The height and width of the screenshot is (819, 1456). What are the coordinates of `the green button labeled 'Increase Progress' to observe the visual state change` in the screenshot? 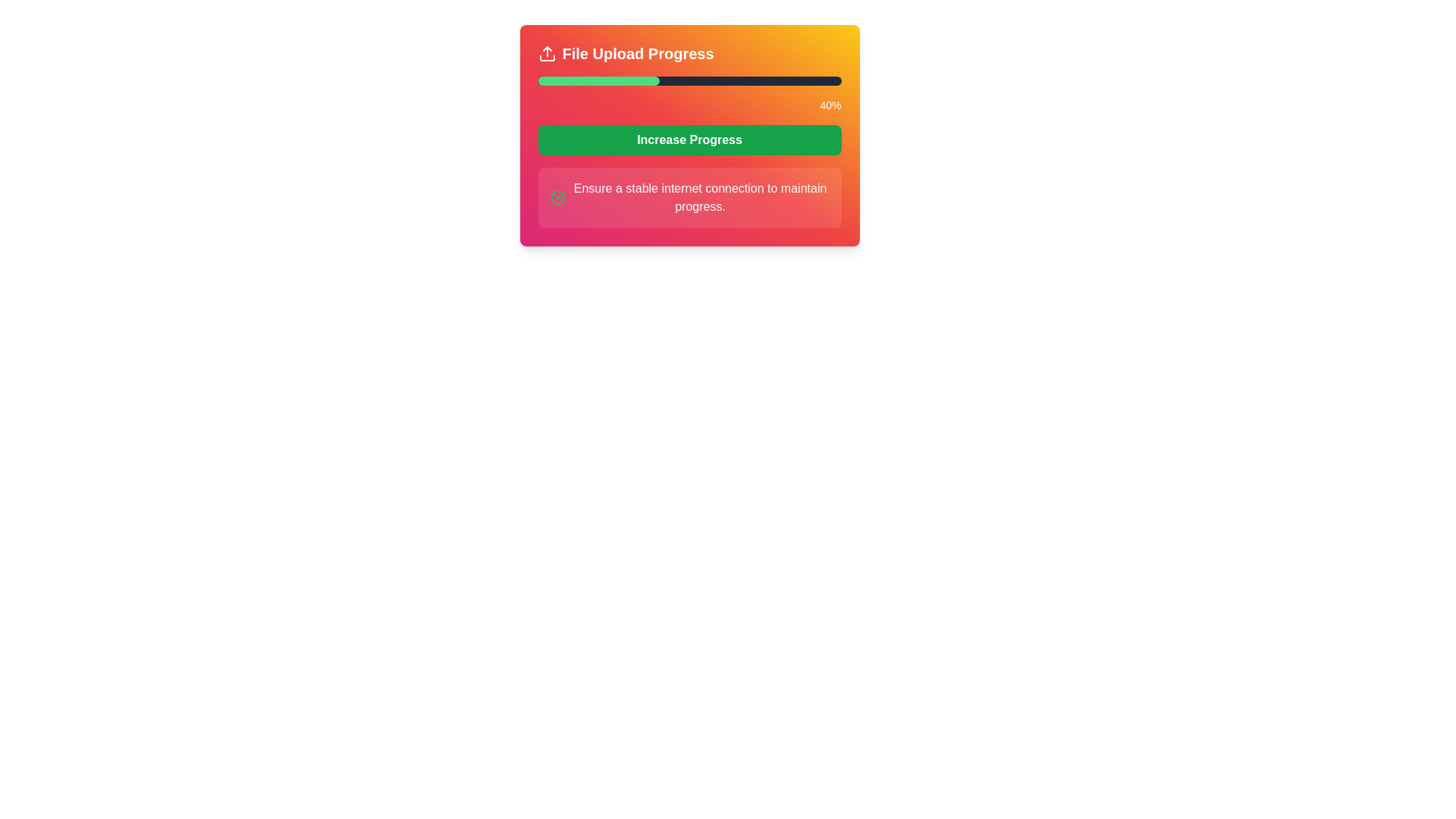 It's located at (689, 140).